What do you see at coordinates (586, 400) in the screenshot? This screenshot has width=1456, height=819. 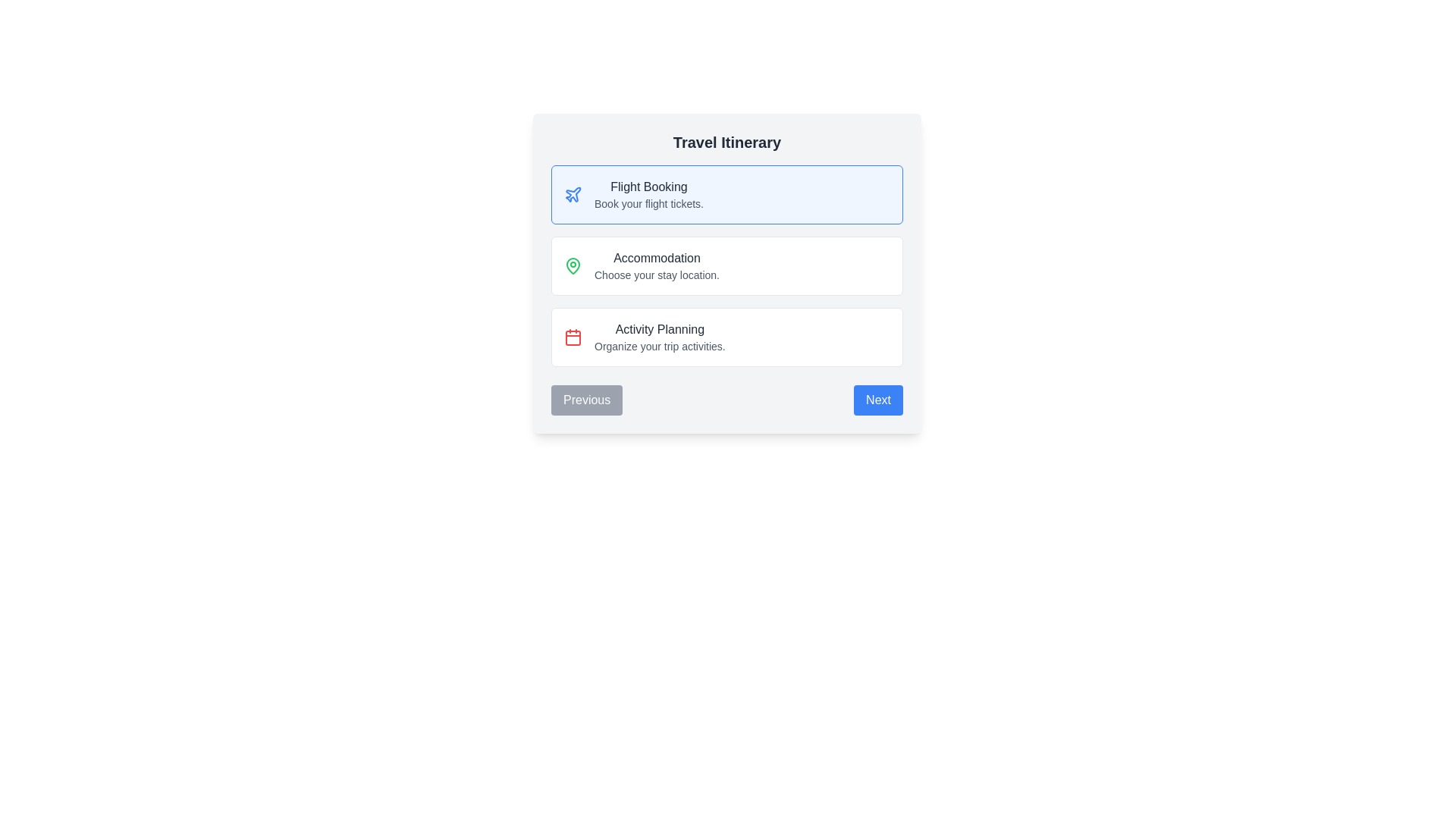 I see `the 'Previous' button, which has a gray background and white text` at bounding box center [586, 400].